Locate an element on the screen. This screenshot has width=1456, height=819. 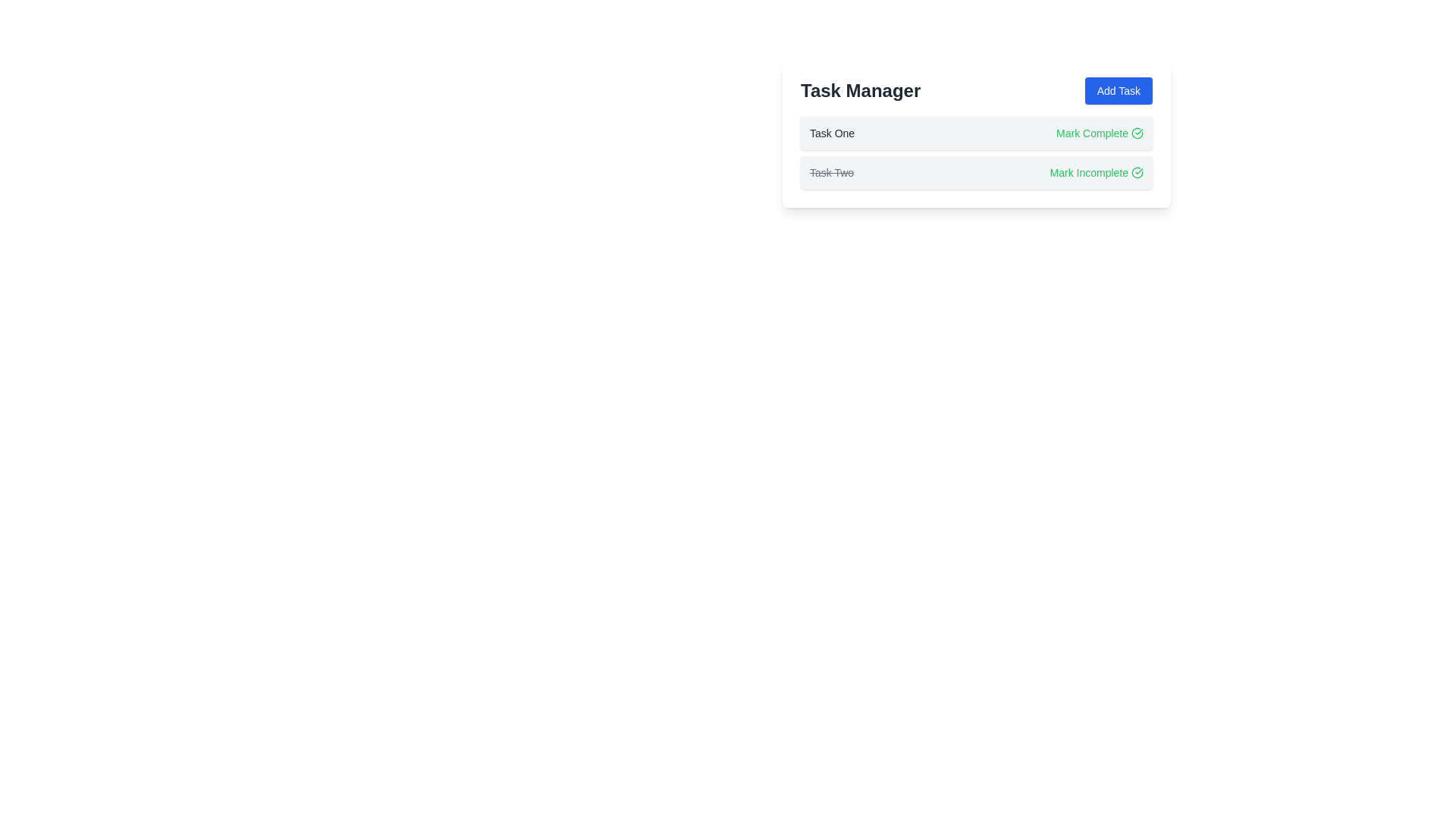
the button on the first task card in the Task Manager to mark the task as complete is located at coordinates (976, 133).